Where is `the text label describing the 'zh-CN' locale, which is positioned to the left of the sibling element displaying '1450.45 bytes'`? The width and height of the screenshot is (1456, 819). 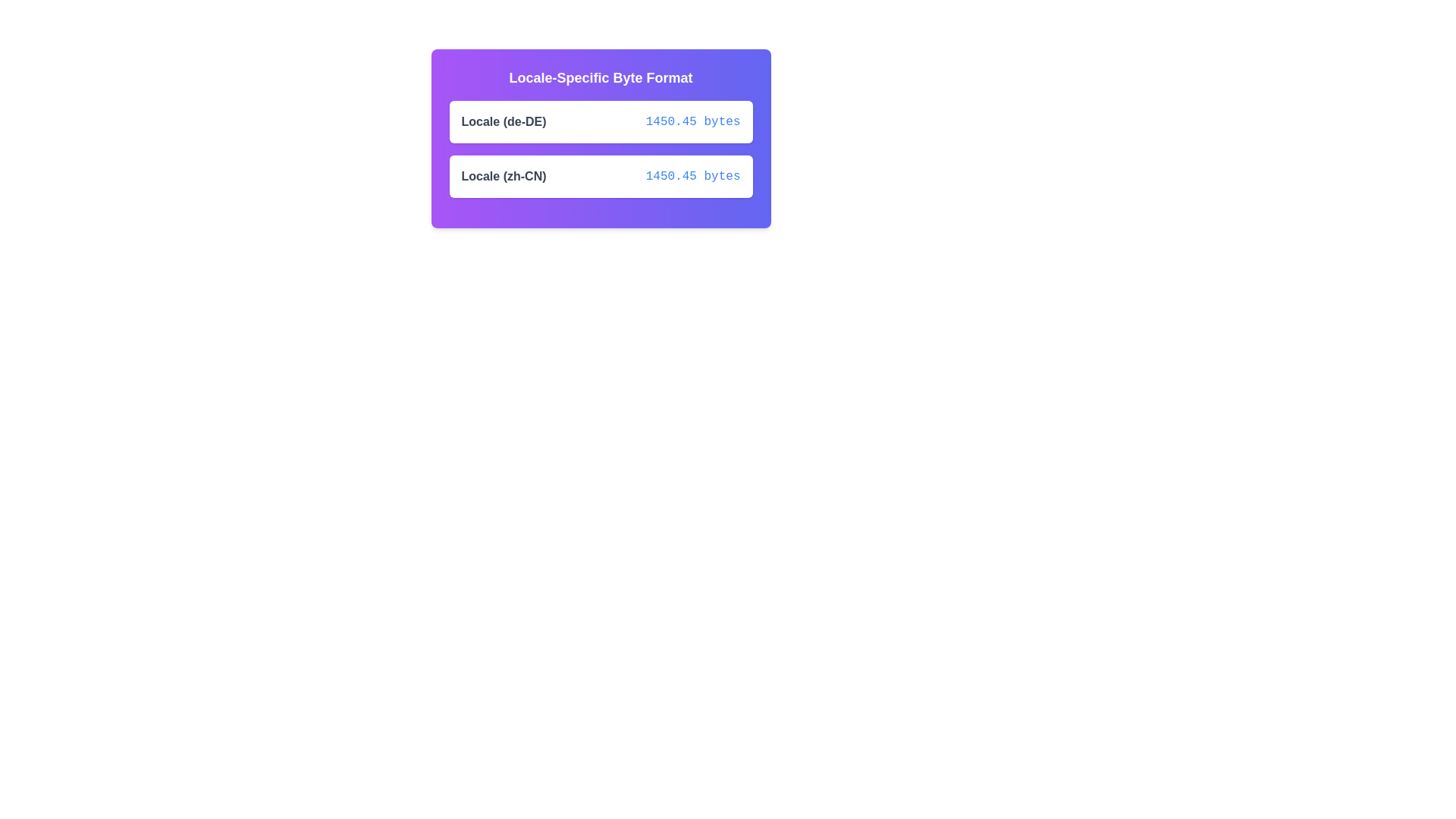 the text label describing the 'zh-CN' locale, which is positioned to the left of the sibling element displaying '1450.45 bytes' is located at coordinates (504, 175).